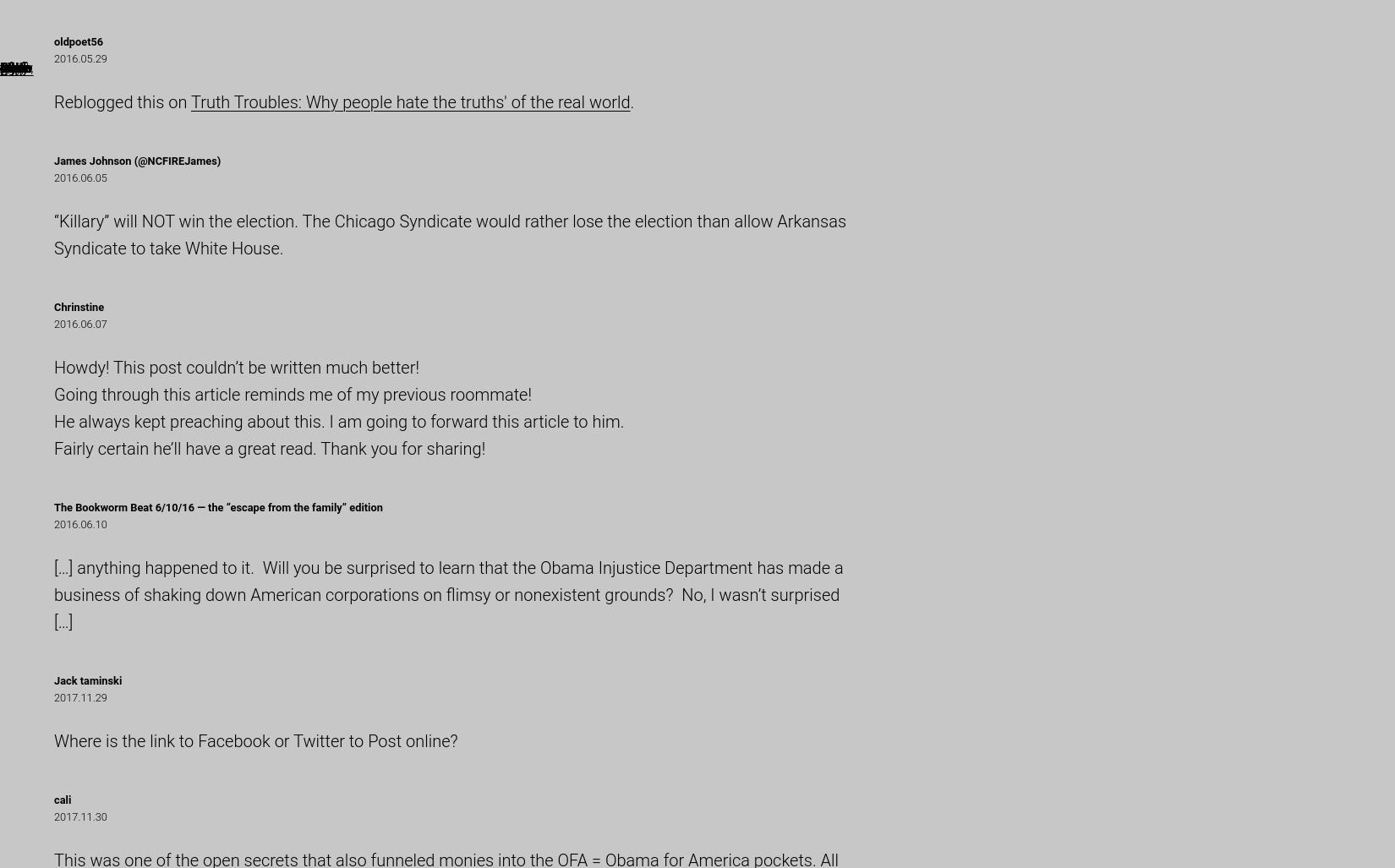 This screenshot has height=868, width=1395. I want to click on 'Jack taminski', so click(87, 680).